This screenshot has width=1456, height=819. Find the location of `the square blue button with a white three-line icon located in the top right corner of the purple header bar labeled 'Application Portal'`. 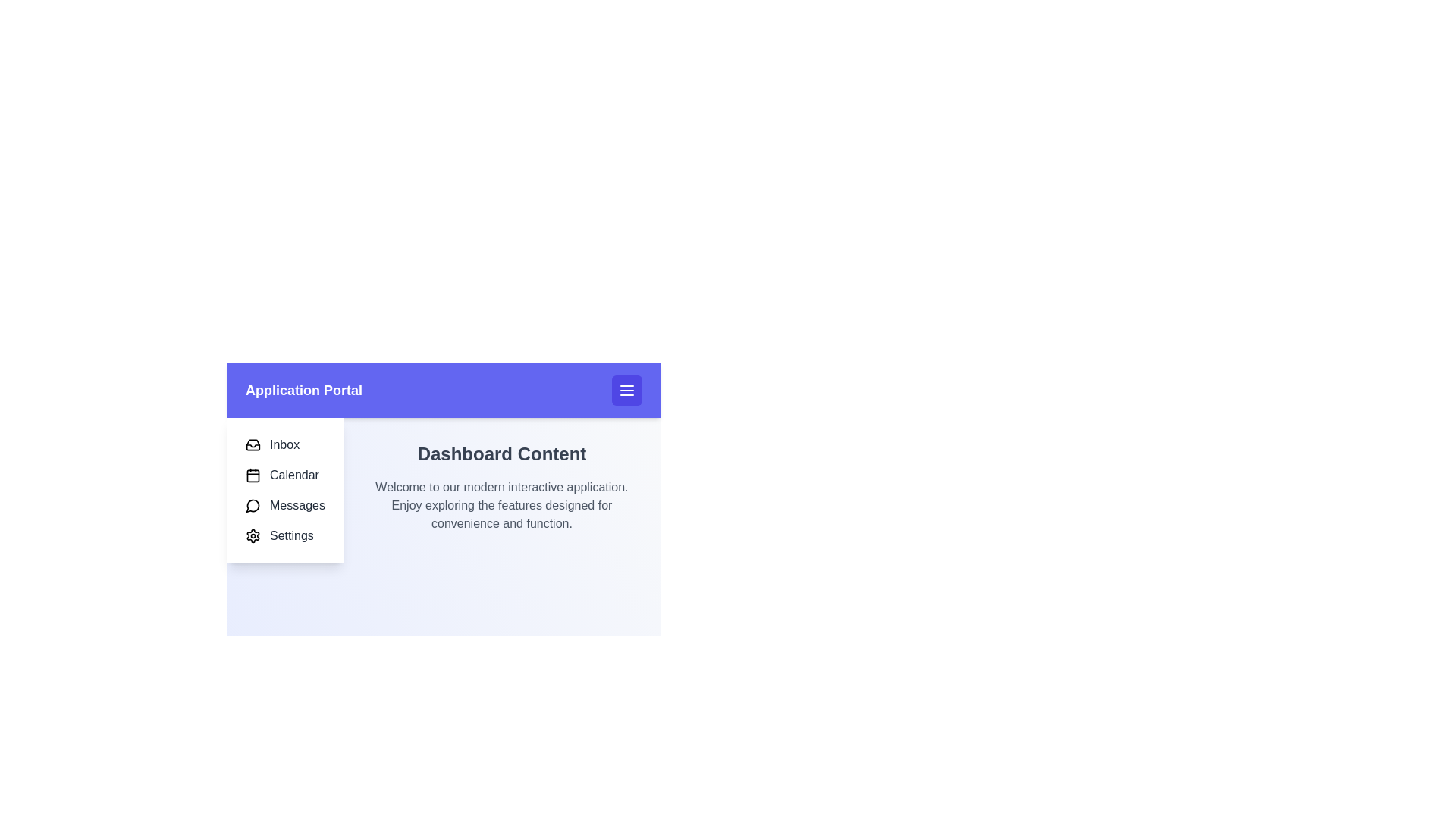

the square blue button with a white three-line icon located in the top right corner of the purple header bar labeled 'Application Portal' is located at coordinates (626, 390).